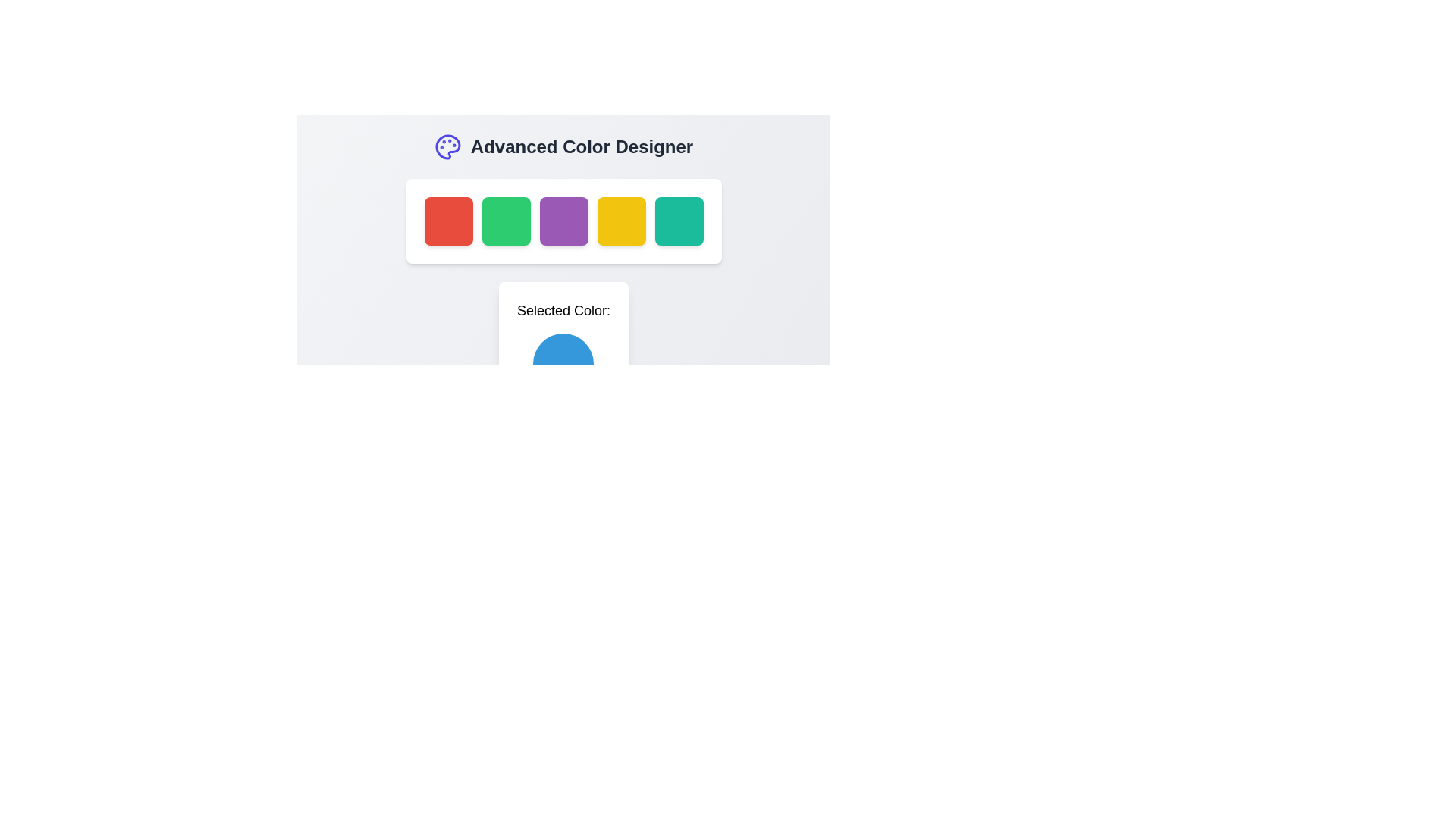 The width and height of the screenshot is (1456, 819). I want to click on the bold text label reading 'Advanced Color Designer' that is styled in dark gray and positioned to the right of a purple palette icon, so click(581, 146).